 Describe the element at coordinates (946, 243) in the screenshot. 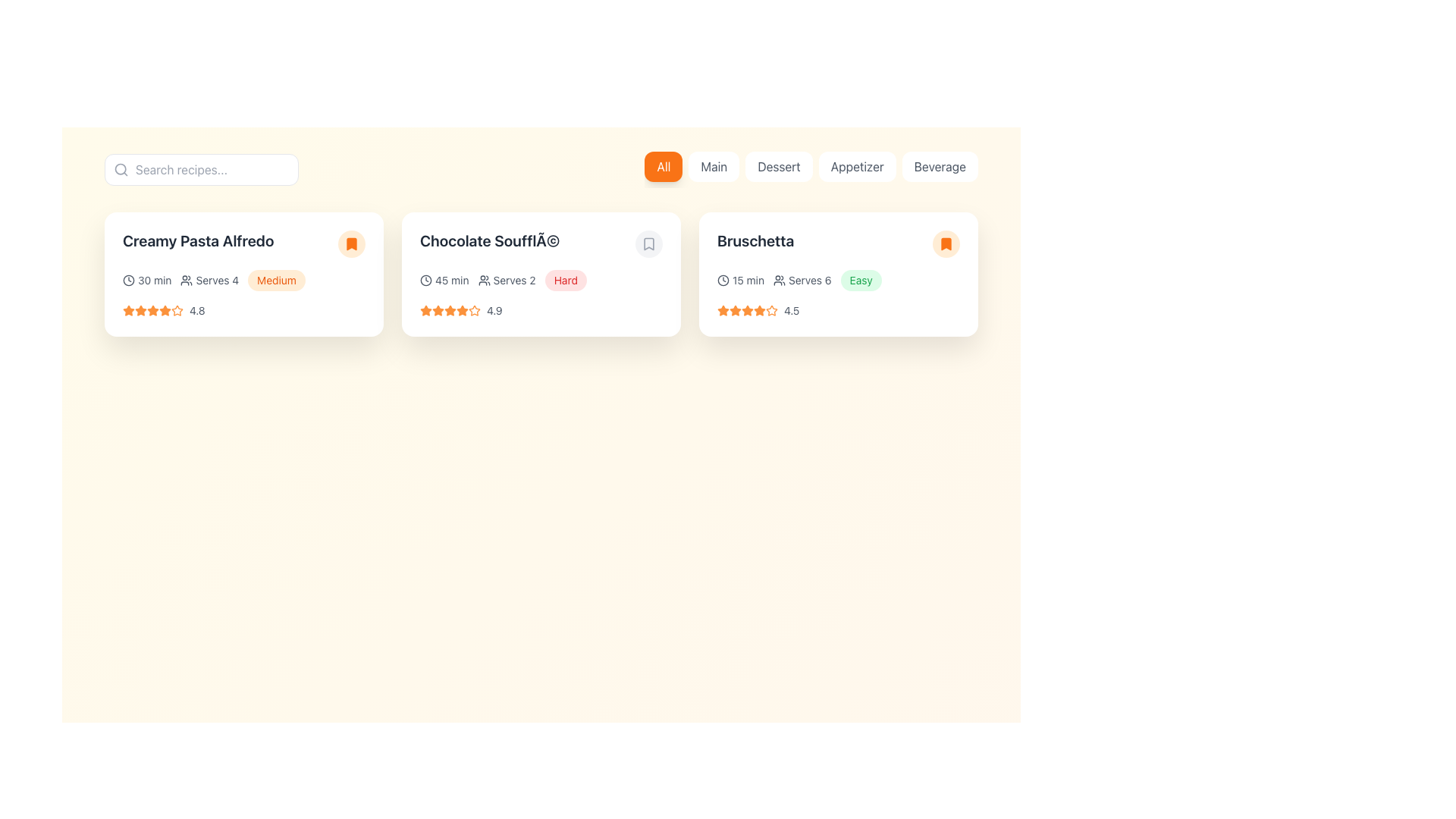

I see `the bookmark icon represented by a compact orange bookmark within a circular button located at the top right corner of the 'Bruschetta' card` at that location.